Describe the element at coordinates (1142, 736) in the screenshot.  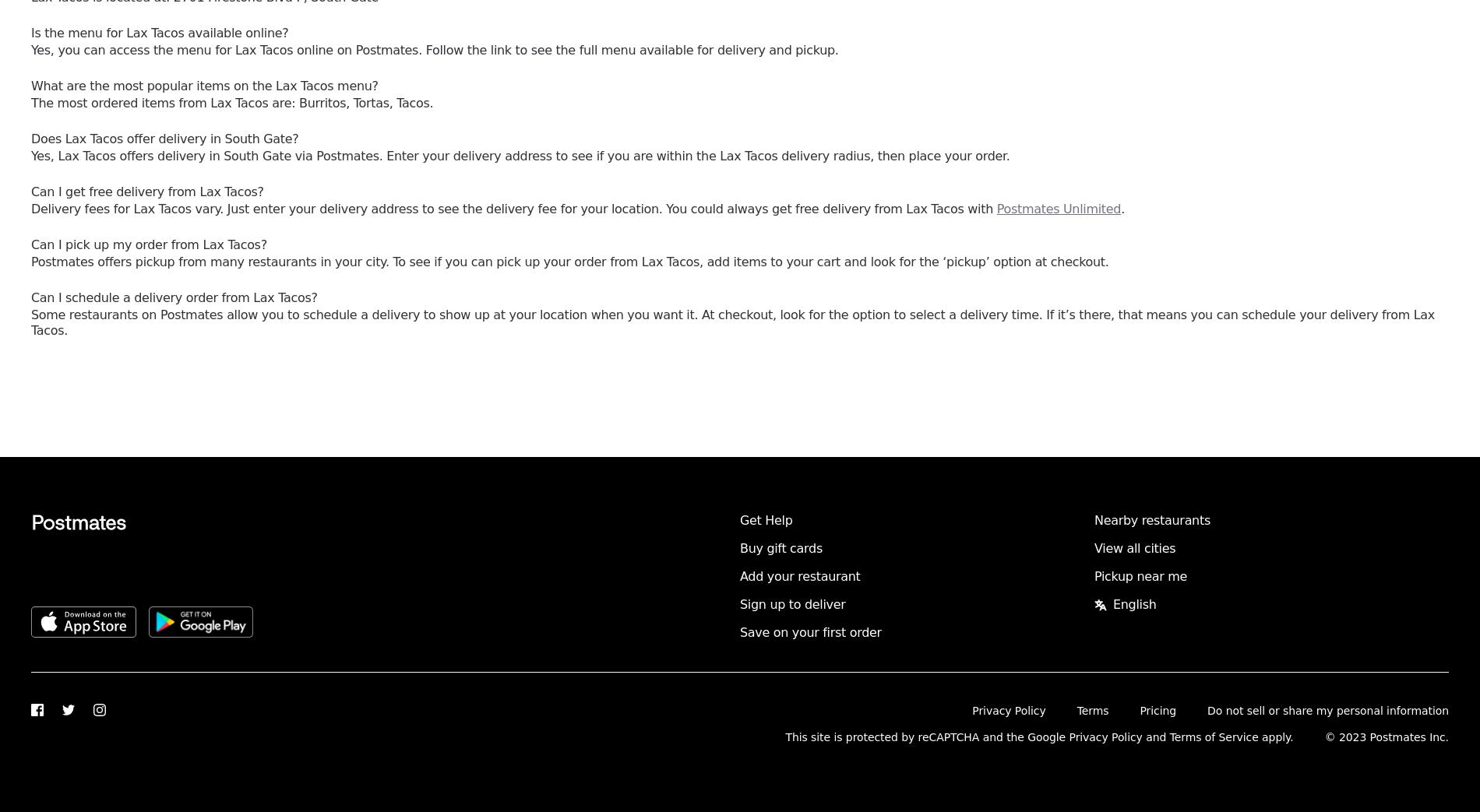
I see `'and'` at that location.